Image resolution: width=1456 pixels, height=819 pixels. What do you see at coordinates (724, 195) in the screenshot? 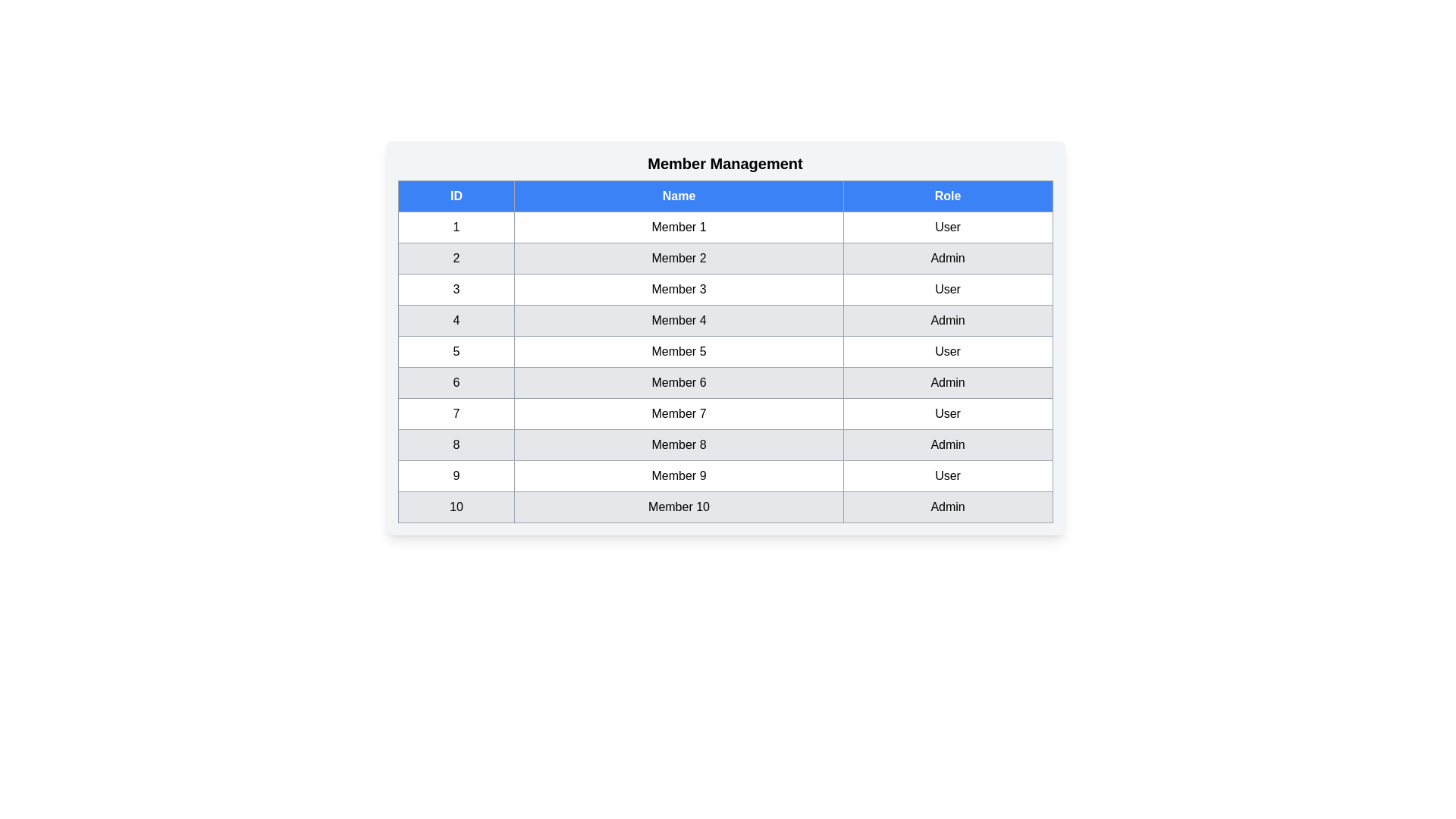
I see `the table header section to inspect its contents` at bounding box center [724, 195].